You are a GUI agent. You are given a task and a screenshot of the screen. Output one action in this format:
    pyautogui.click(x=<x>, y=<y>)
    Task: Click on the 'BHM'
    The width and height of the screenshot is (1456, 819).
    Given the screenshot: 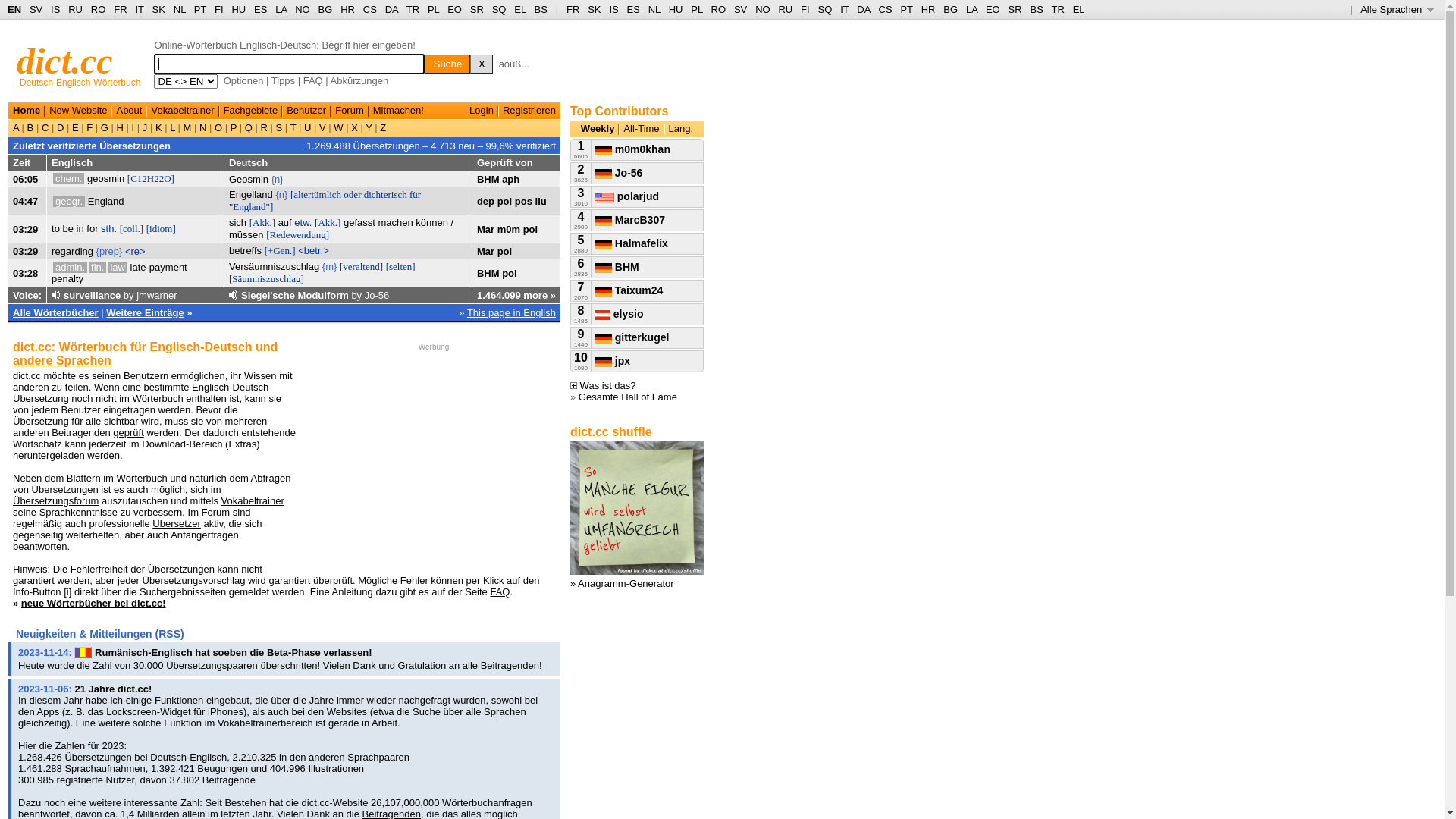 What is the action you would take?
    pyautogui.click(x=488, y=271)
    